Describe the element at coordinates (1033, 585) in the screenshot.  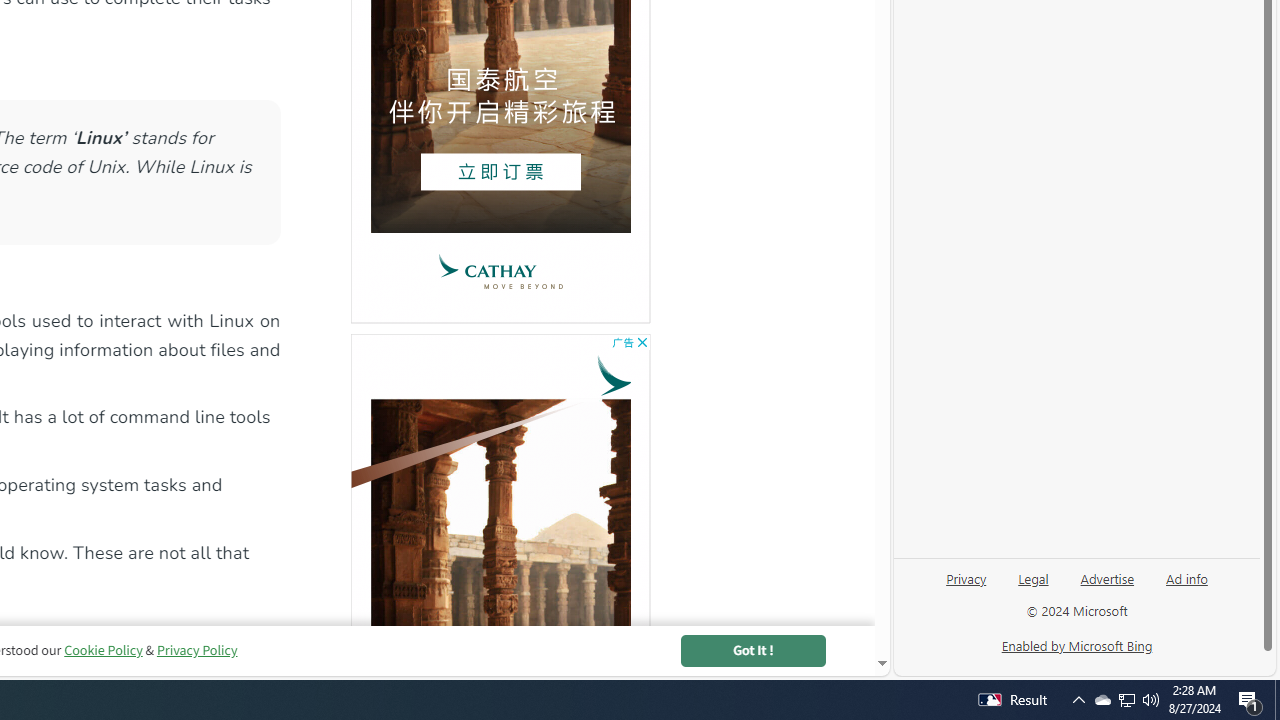
I see `'Legal'` at that location.